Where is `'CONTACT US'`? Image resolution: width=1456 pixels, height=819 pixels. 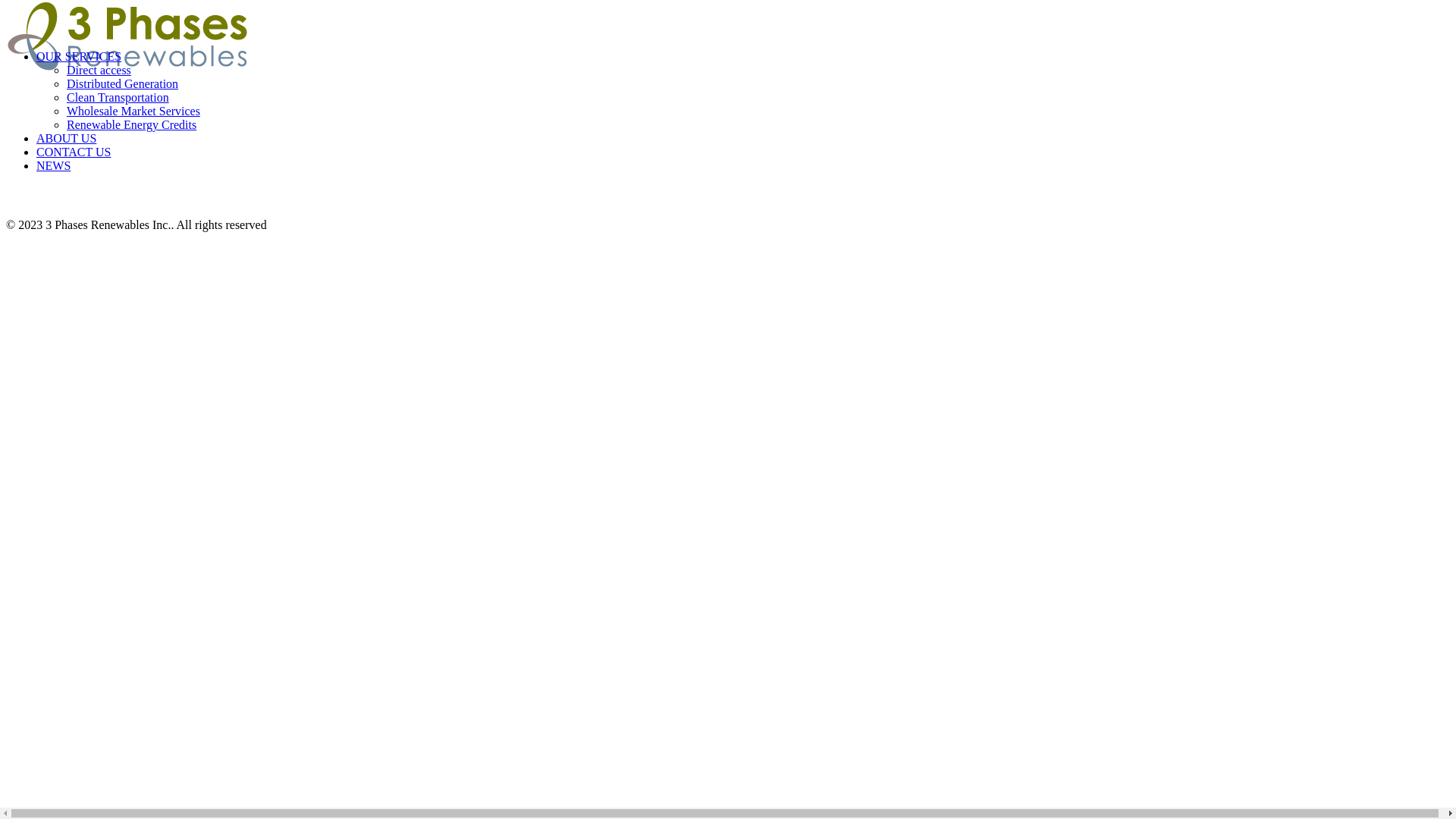
'CONTACT US' is located at coordinates (734, 96).